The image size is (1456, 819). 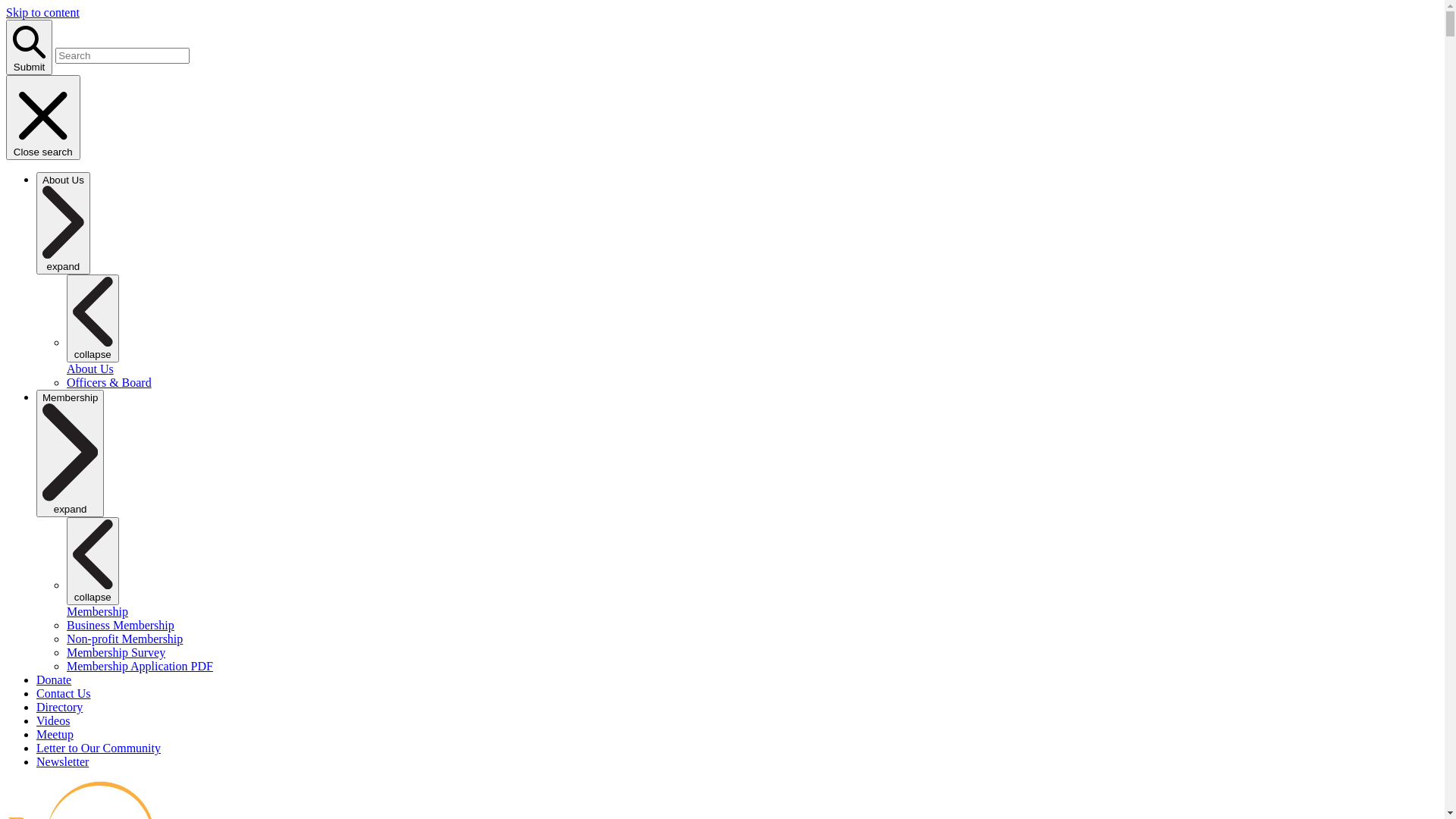 What do you see at coordinates (54, 679) in the screenshot?
I see `'Donate'` at bounding box center [54, 679].